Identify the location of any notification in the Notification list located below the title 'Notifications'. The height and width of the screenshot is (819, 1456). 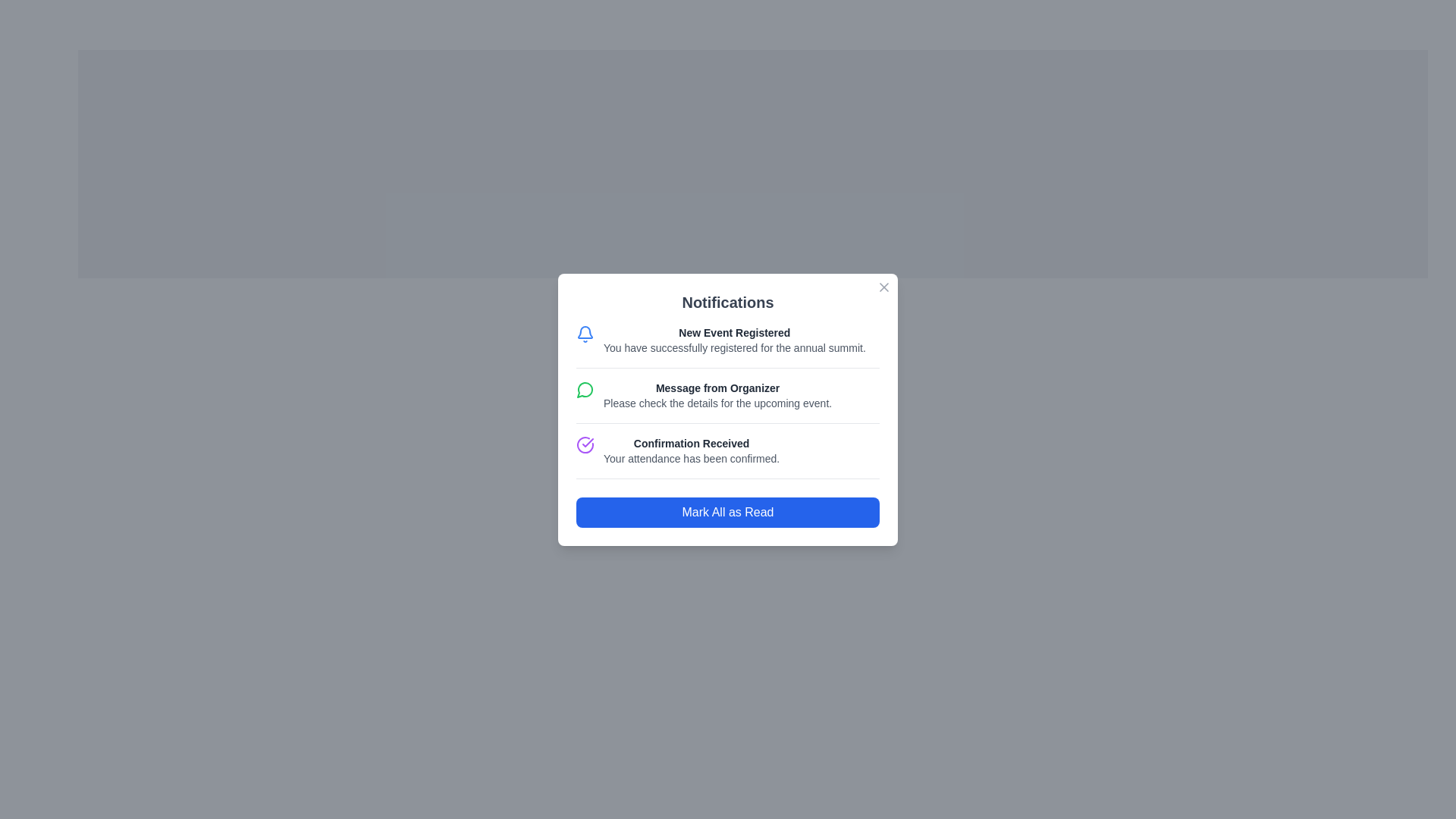
(728, 409).